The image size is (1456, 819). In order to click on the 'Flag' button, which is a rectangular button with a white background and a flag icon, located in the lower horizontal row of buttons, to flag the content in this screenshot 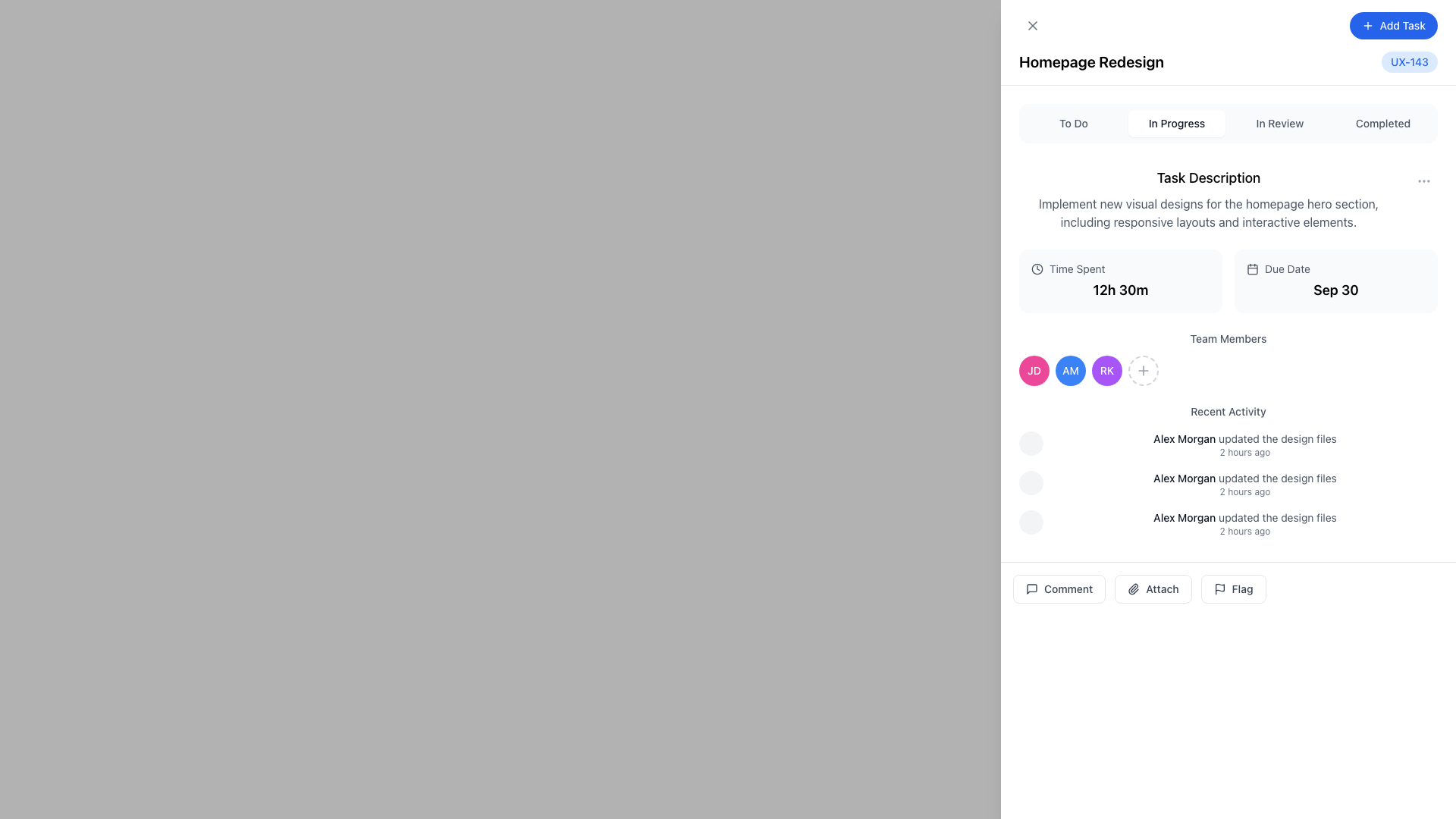, I will do `click(1233, 588)`.